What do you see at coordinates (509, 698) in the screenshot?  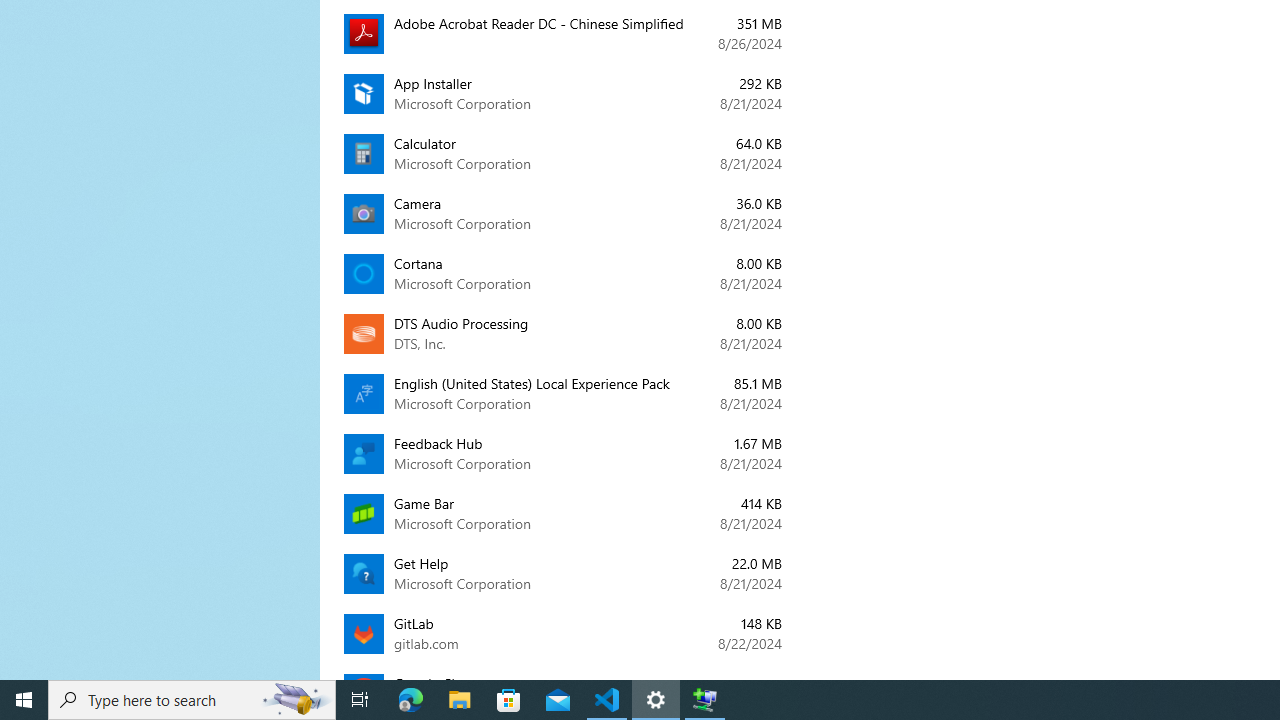 I see `'Microsoft Store'` at bounding box center [509, 698].